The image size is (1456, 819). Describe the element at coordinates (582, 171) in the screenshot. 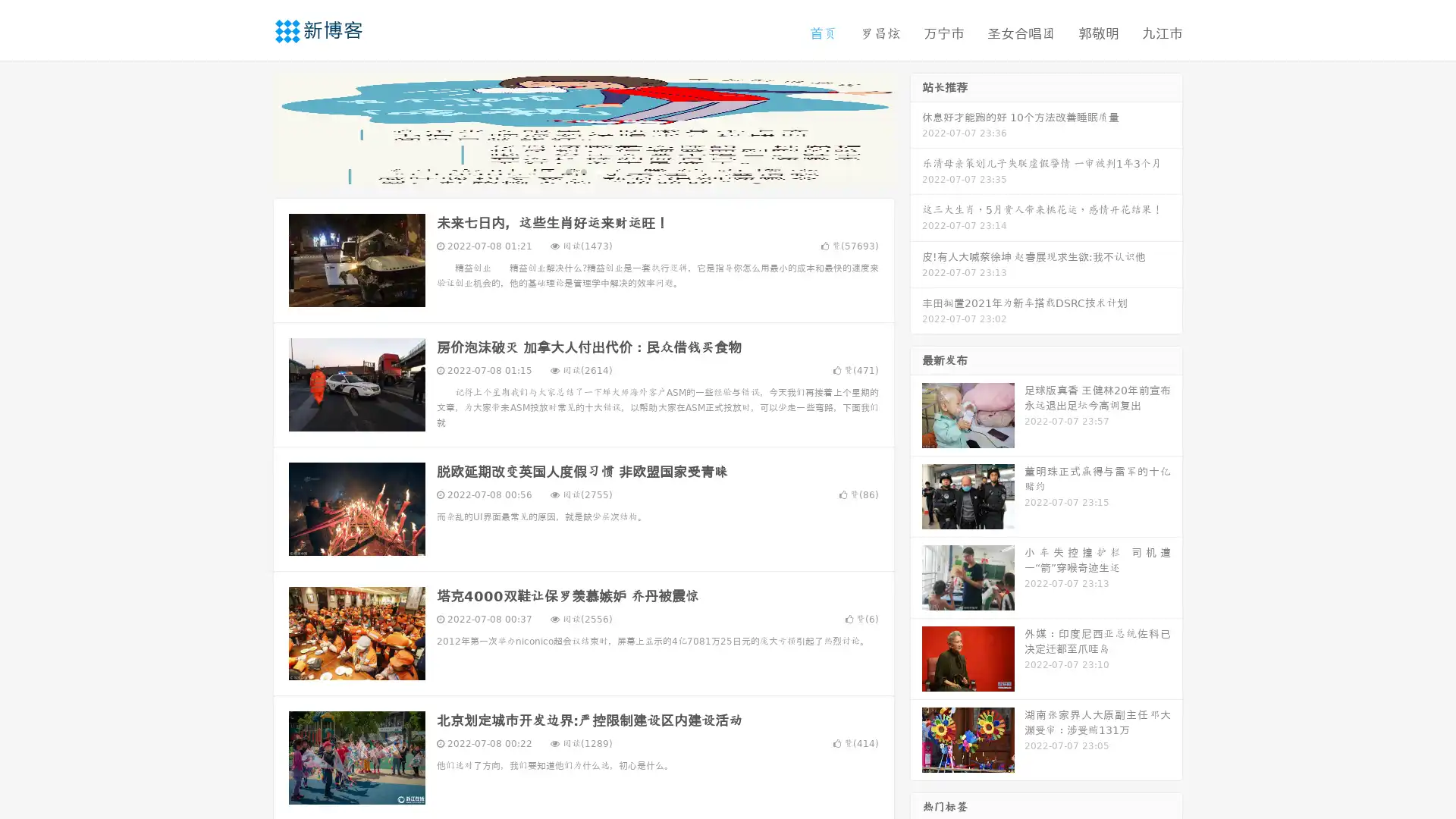

I see `Go to slide 2` at that location.